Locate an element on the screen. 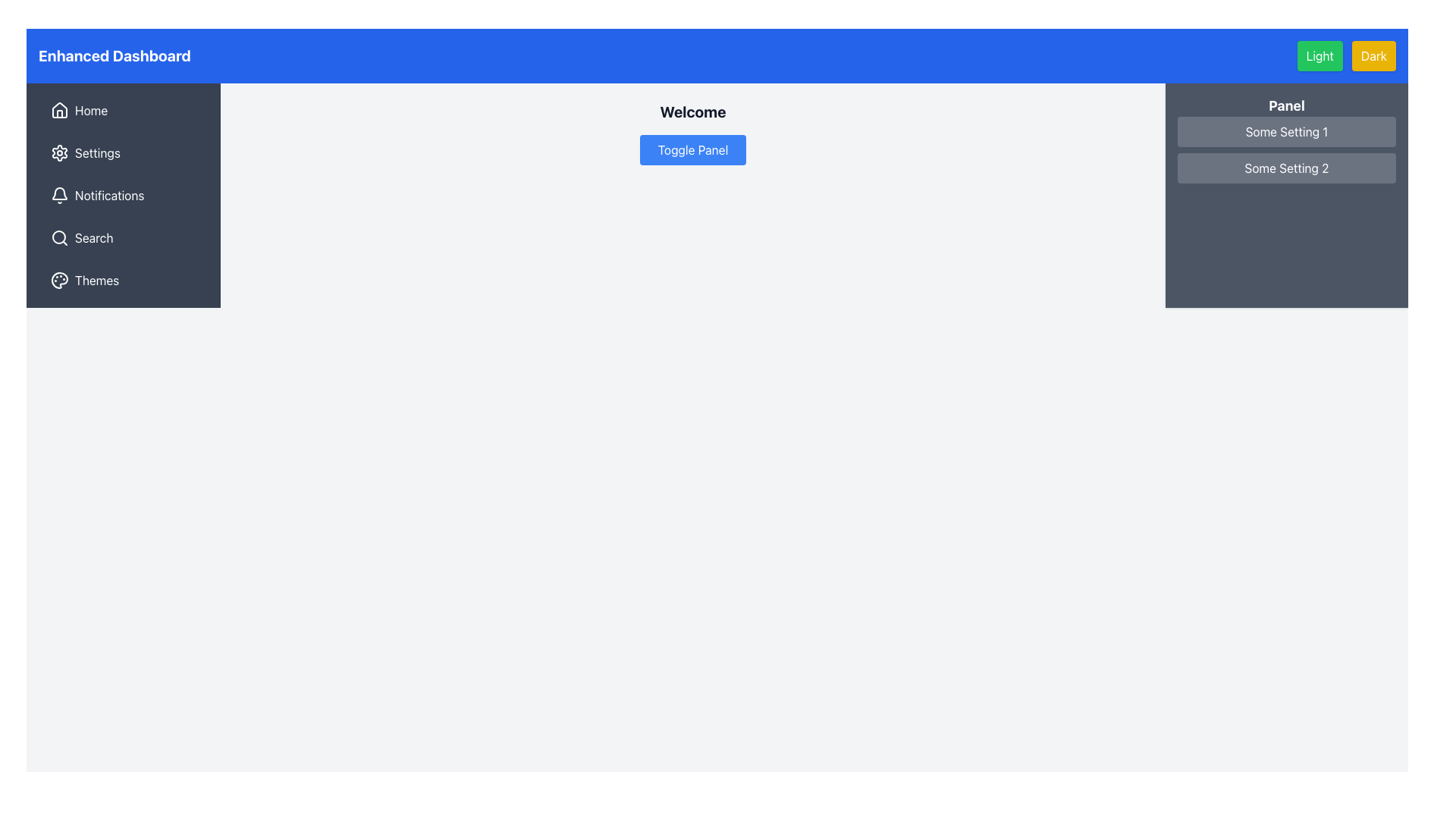  the 'Toggle Panel' button, which is a rectangular button with a blue background and white text, located centrally under the 'Welcome' heading is located at coordinates (692, 143).